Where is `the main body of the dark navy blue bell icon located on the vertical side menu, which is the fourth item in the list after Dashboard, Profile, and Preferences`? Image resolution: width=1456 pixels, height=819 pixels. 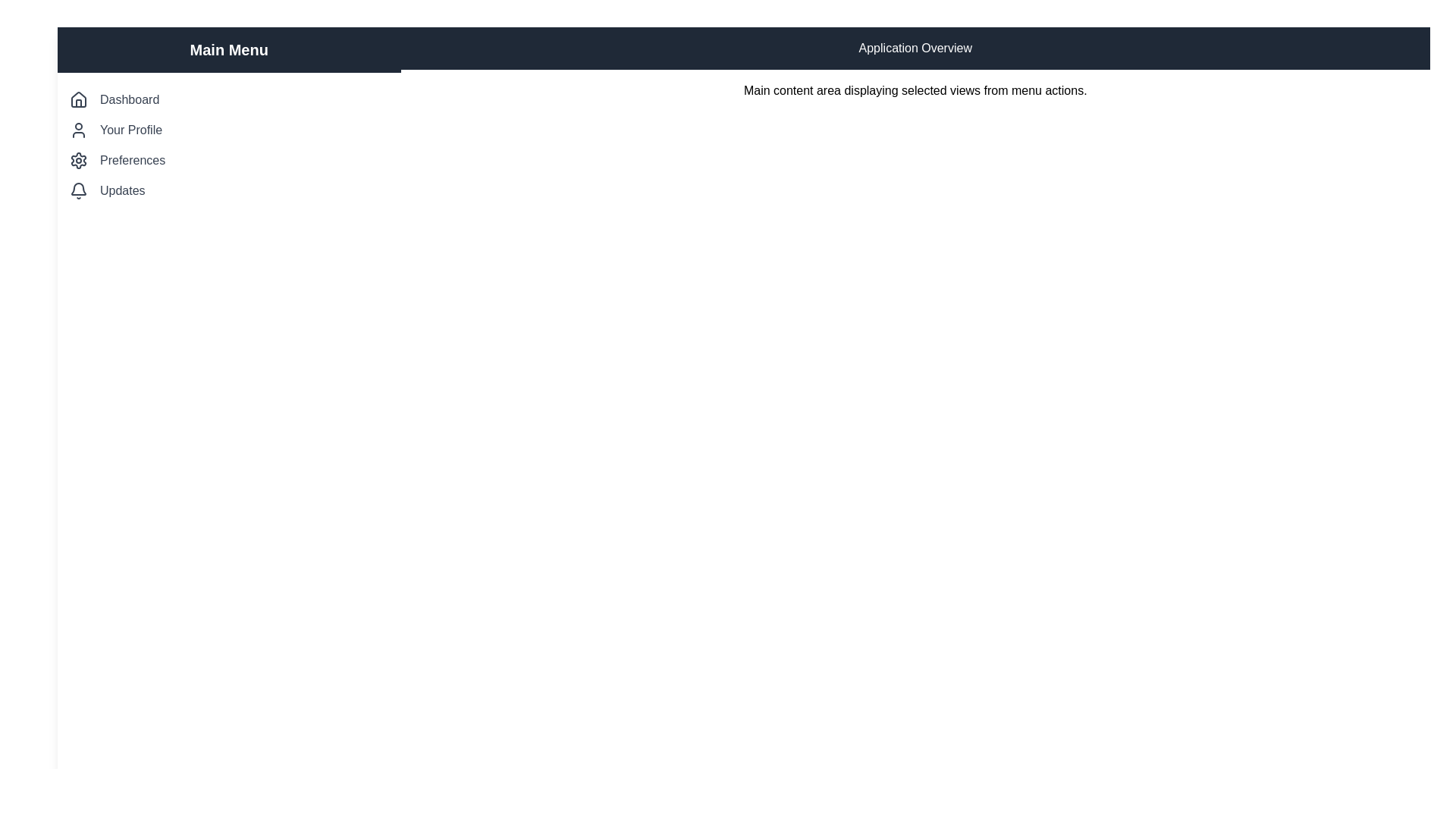
the main body of the dark navy blue bell icon located on the vertical side menu, which is the fourth item in the list after Dashboard, Profile, and Preferences is located at coordinates (78, 188).